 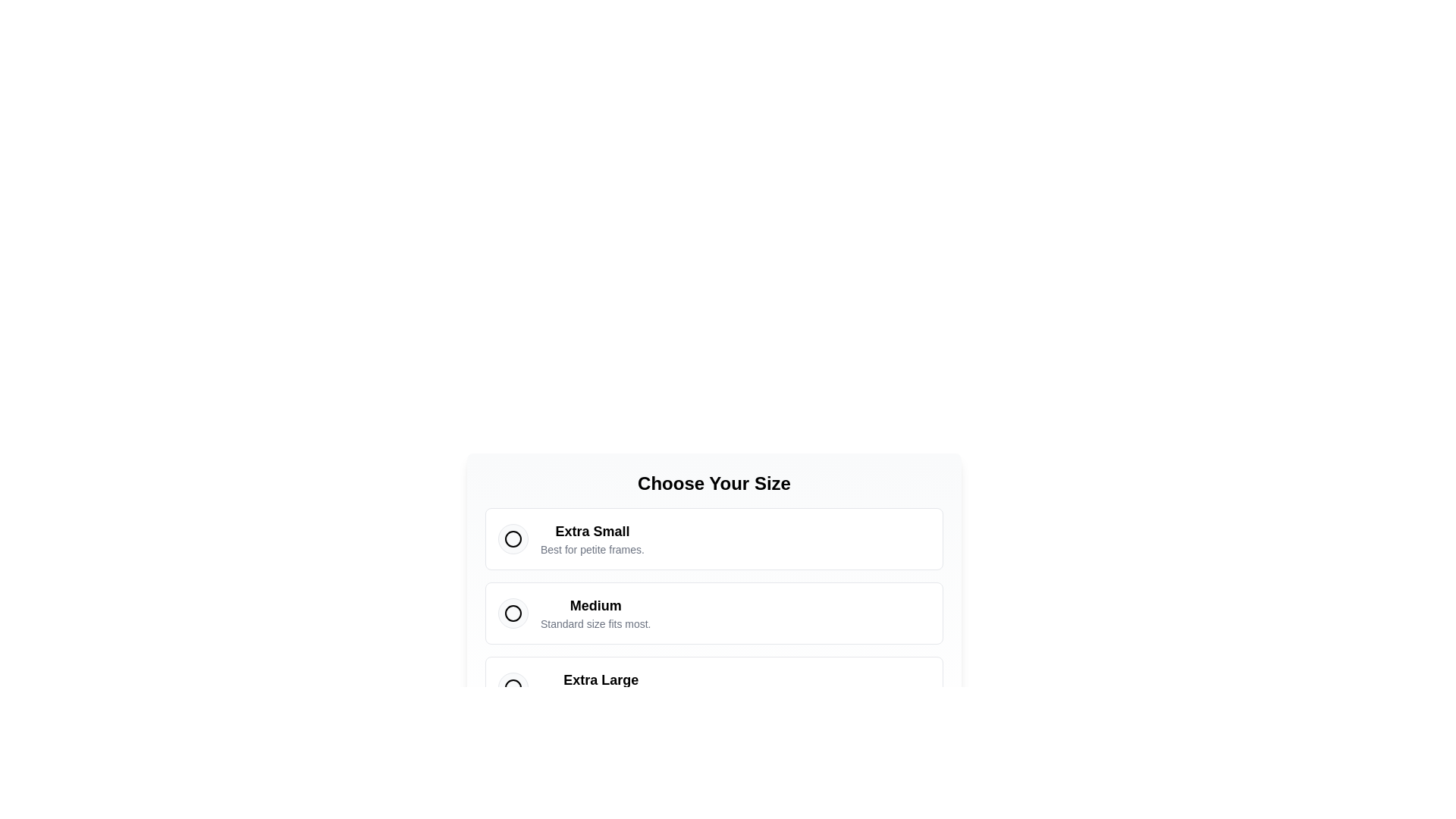 What do you see at coordinates (591, 550) in the screenshot?
I see `the text label displaying 'Best for petite frames.', which is located below the 'Extra Small' label within the size selection options` at bounding box center [591, 550].